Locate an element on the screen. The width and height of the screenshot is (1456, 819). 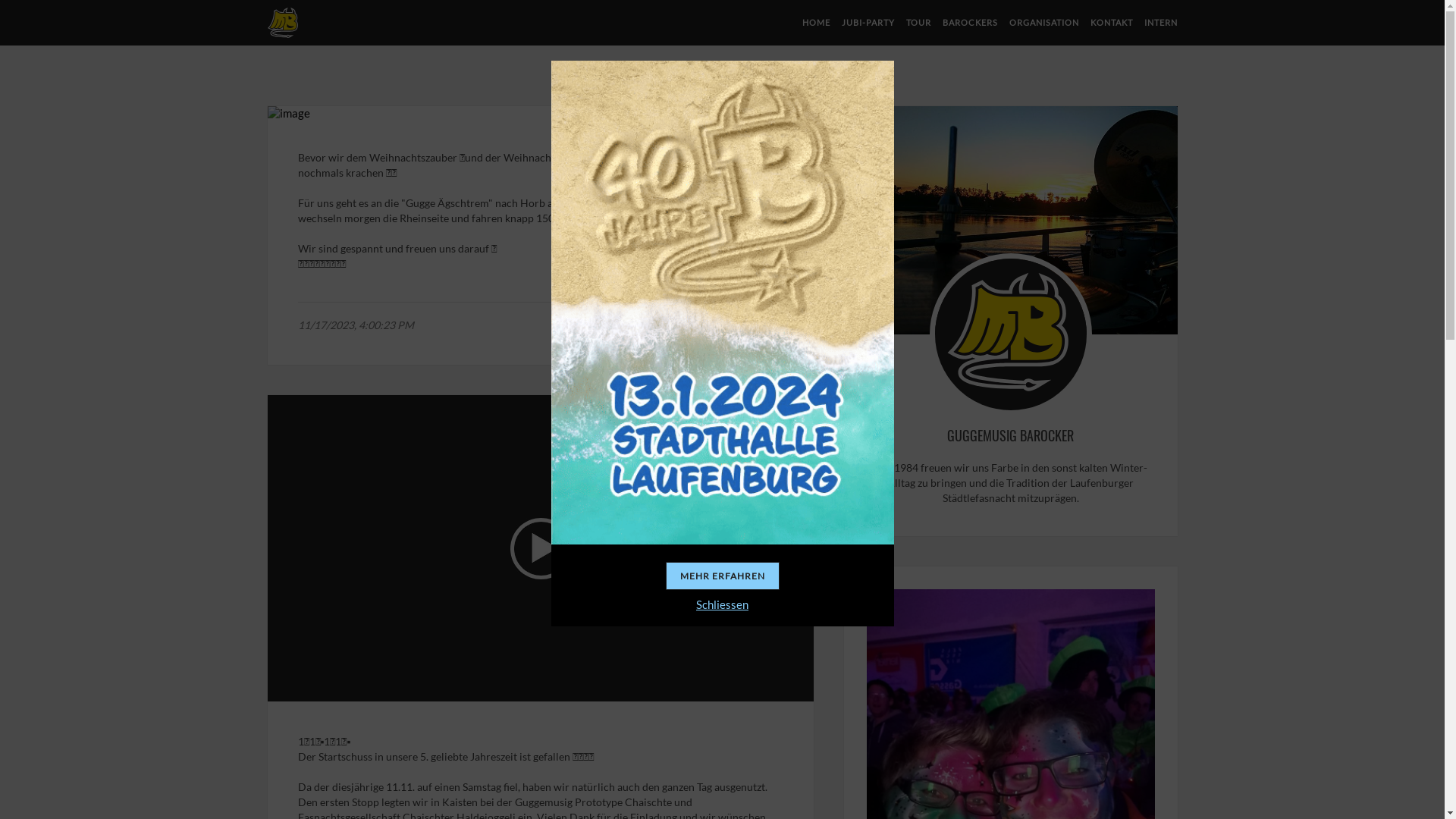
'INTERN' is located at coordinates (1159, 22).